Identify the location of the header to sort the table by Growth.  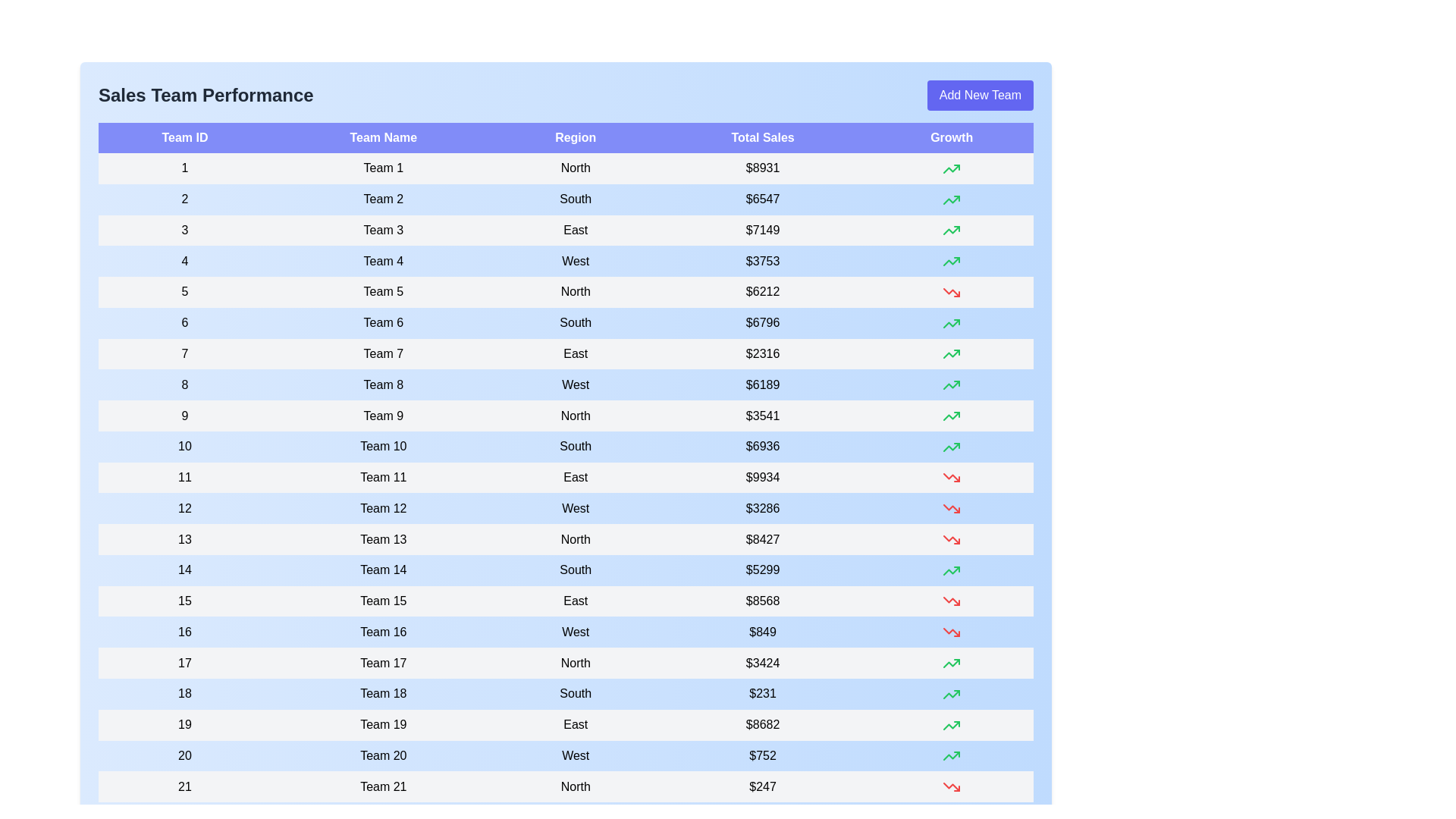
(951, 137).